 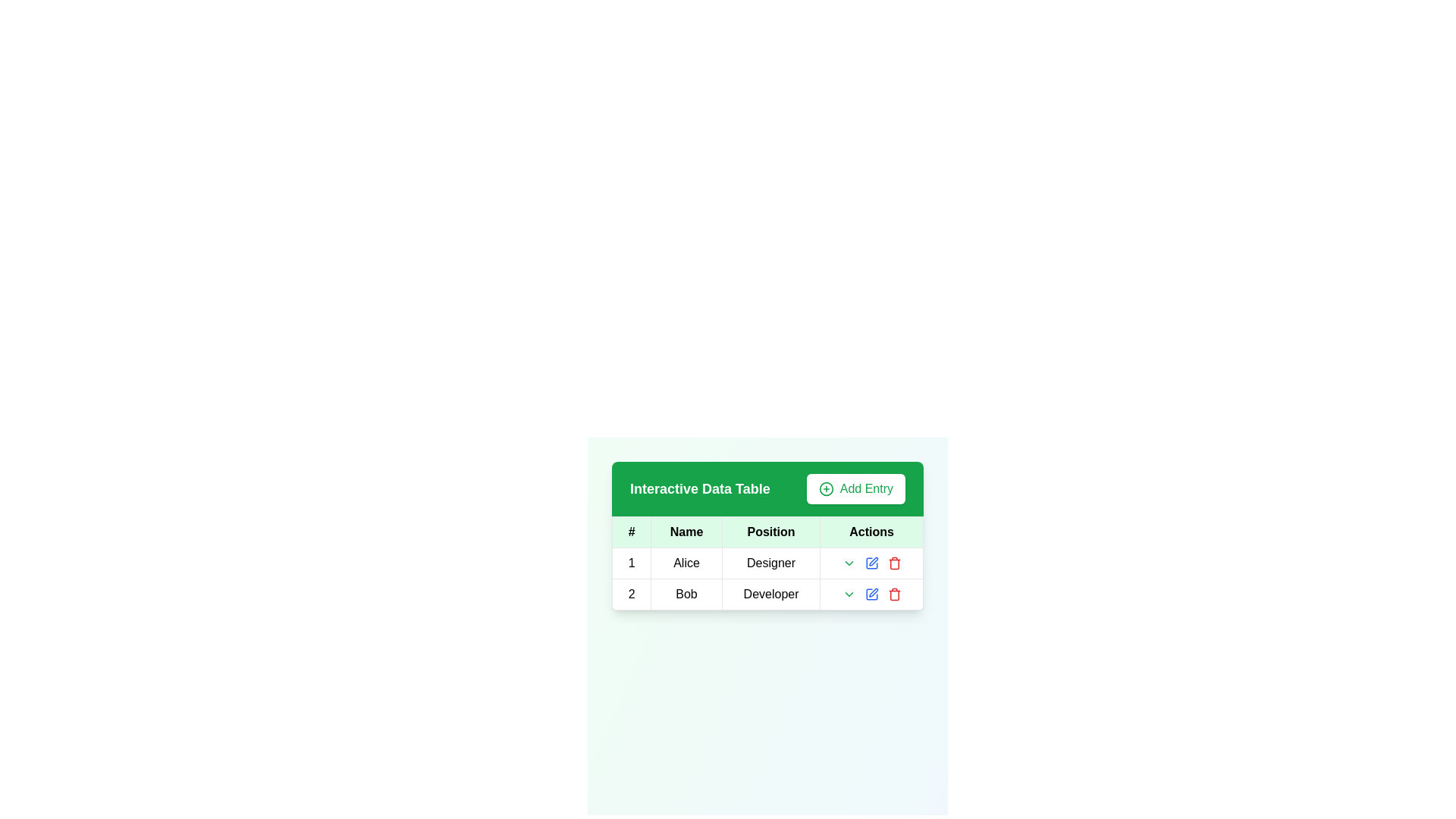 What do you see at coordinates (825, 488) in the screenshot?
I see `the add icon located within the 'Add Entry' button in the top-right corner of the interface` at bounding box center [825, 488].